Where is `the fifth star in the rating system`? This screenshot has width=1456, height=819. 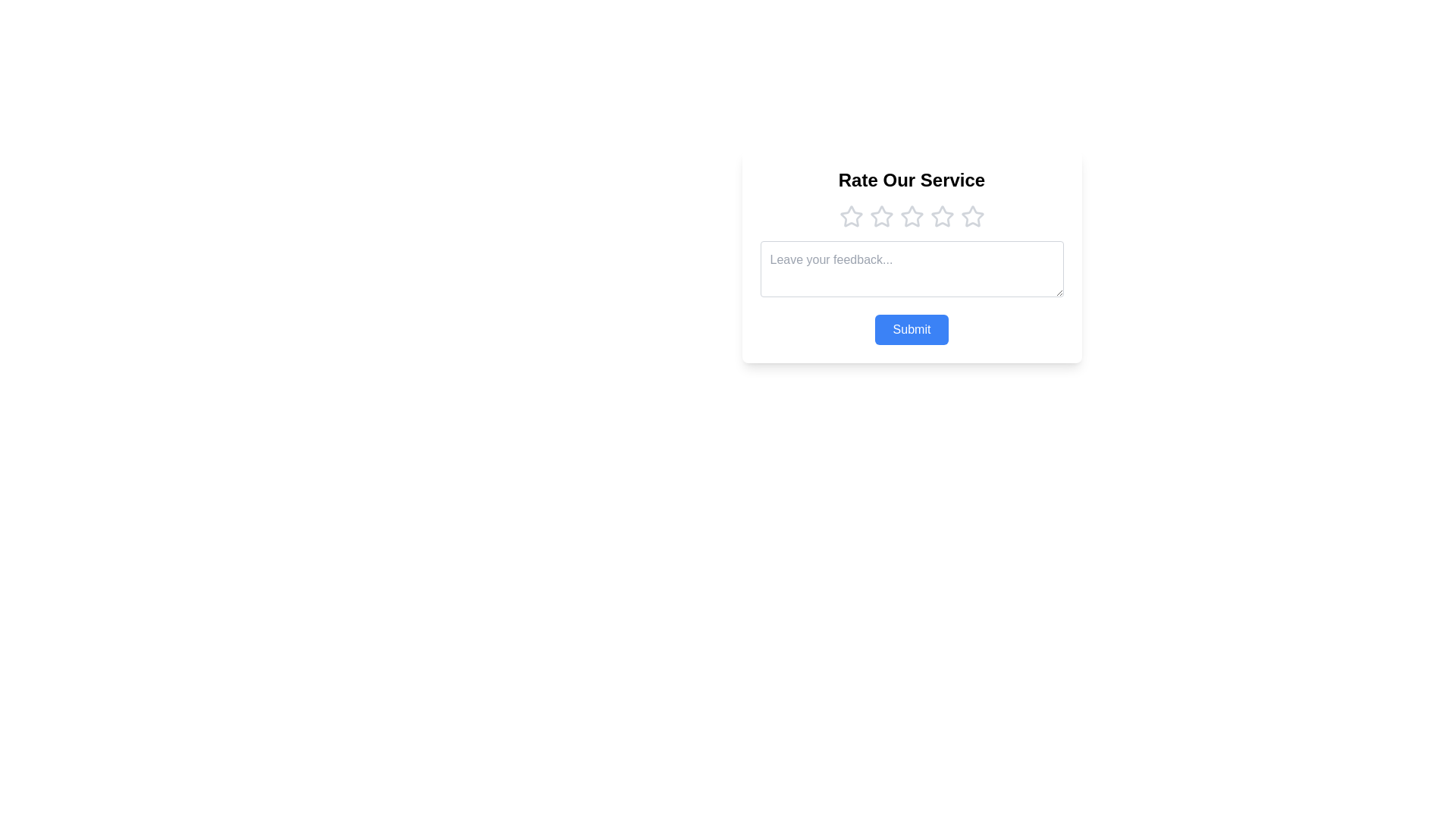 the fifth star in the rating system is located at coordinates (911, 216).